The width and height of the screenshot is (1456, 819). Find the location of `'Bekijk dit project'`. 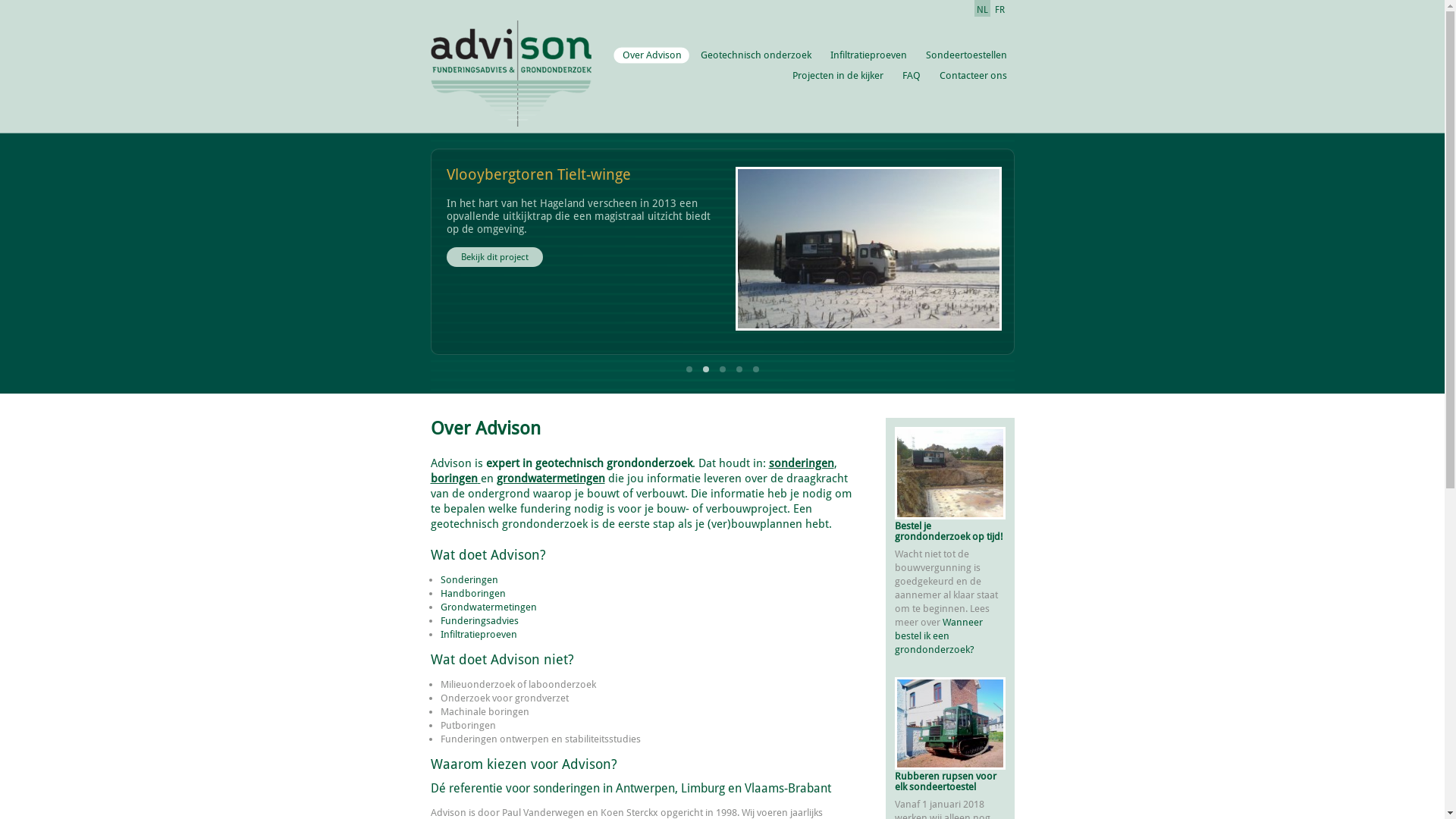

'Bekijk dit project' is located at coordinates (494, 256).